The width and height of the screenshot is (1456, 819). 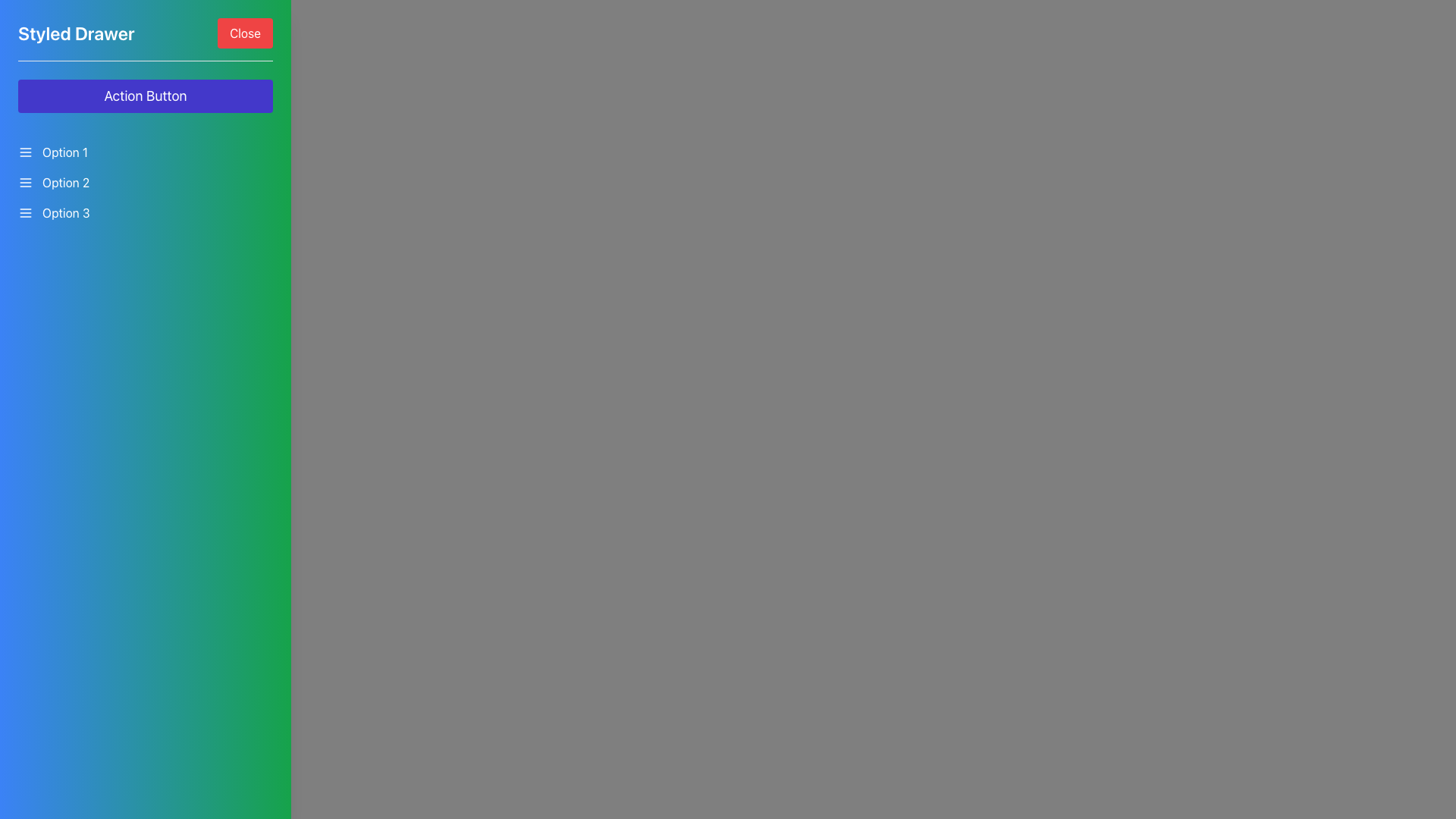 I want to click on the icon associated with 'Option 3' in the side drawer, so click(x=25, y=213).